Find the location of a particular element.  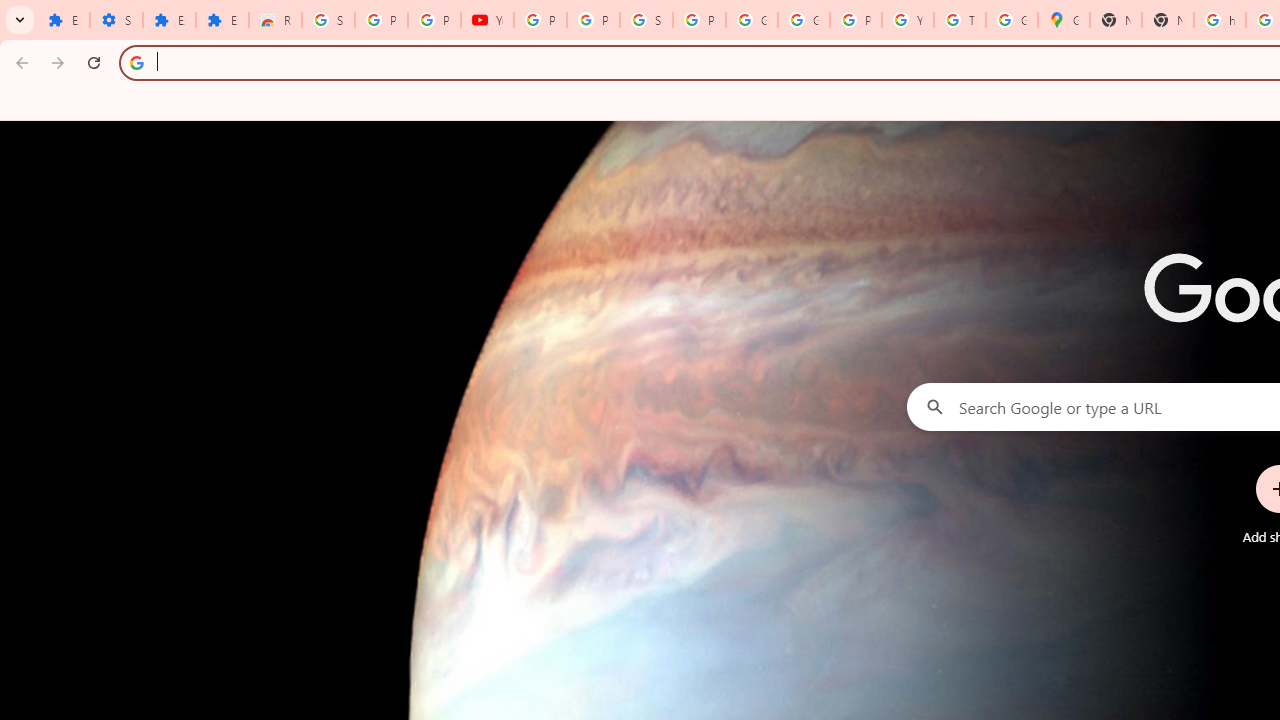

'https://scholar.google.com/' is located at coordinates (1218, 20).